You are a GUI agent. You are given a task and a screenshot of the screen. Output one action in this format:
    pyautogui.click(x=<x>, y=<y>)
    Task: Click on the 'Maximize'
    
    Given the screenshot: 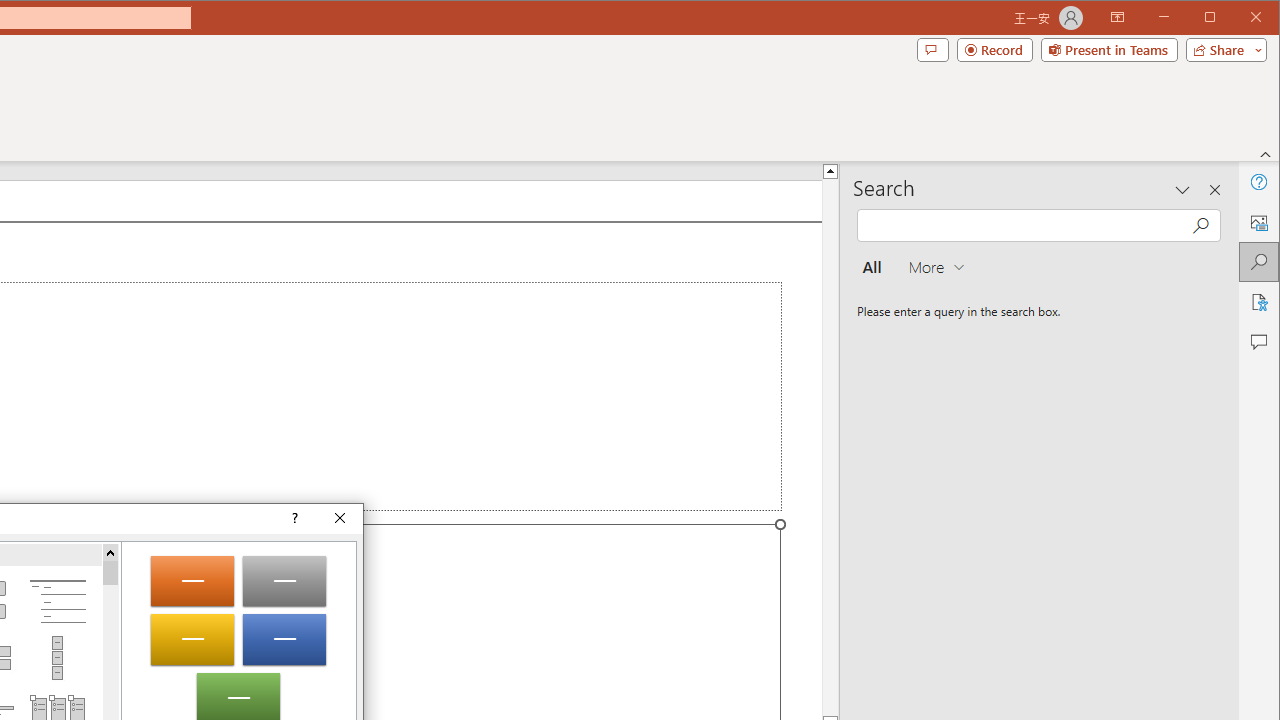 What is the action you would take?
    pyautogui.click(x=1238, y=19)
    